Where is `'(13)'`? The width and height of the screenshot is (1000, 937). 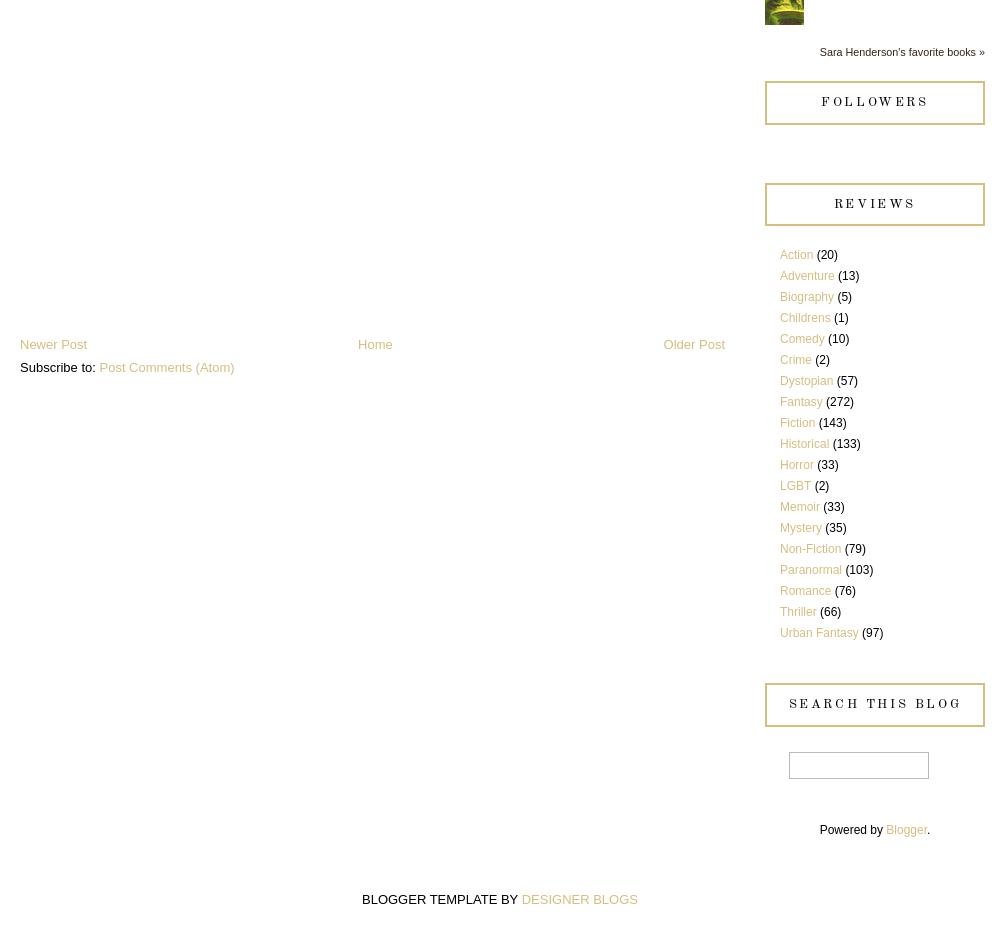
'(13)' is located at coordinates (837, 276).